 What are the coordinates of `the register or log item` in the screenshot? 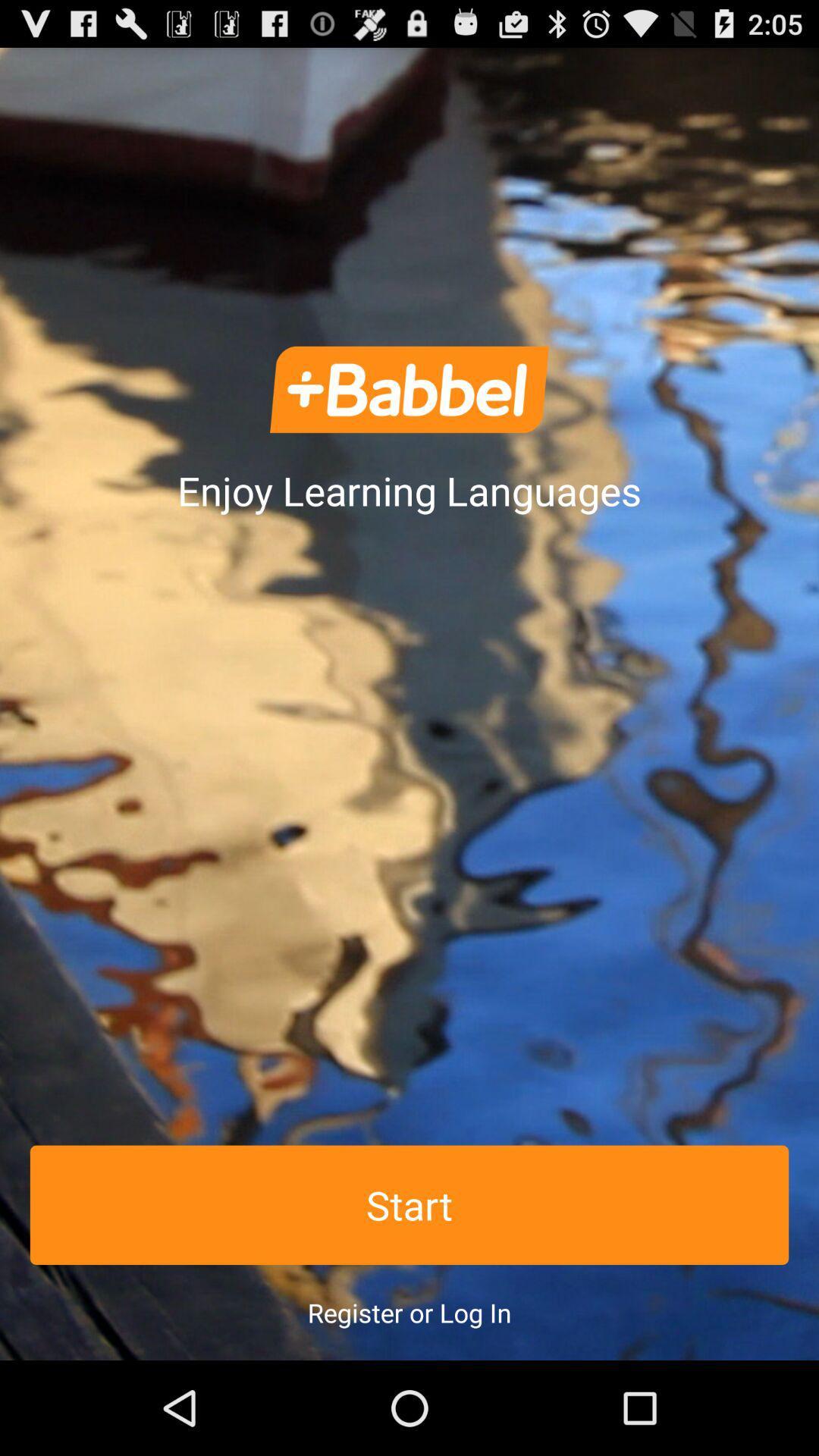 It's located at (409, 1312).